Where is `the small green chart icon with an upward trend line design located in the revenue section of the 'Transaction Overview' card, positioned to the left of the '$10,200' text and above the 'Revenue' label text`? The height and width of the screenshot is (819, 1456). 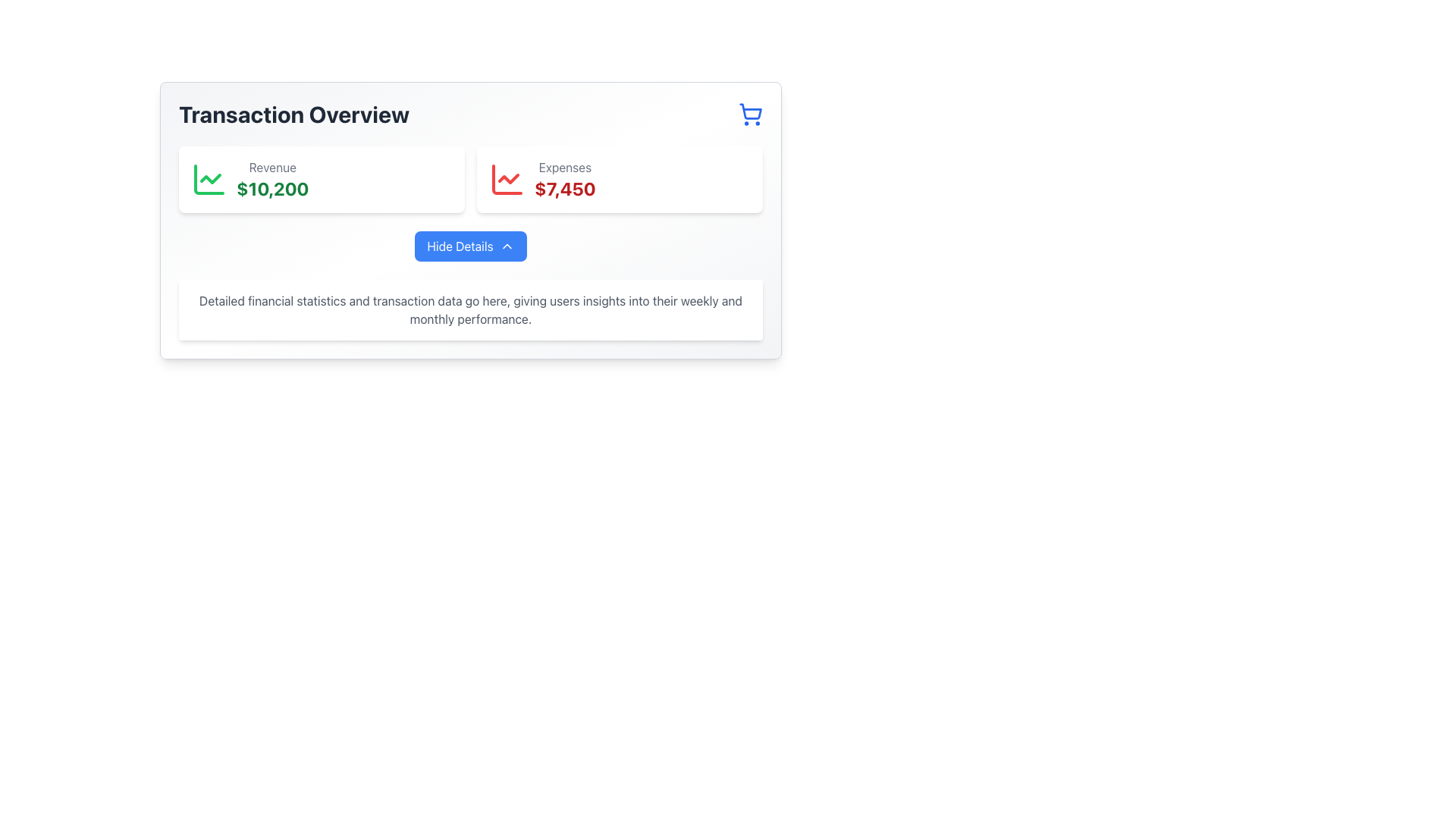
the small green chart icon with an upward trend line design located in the revenue section of the 'Transaction Overview' card, positioned to the left of the '$10,200' text and above the 'Revenue' label text is located at coordinates (210, 177).